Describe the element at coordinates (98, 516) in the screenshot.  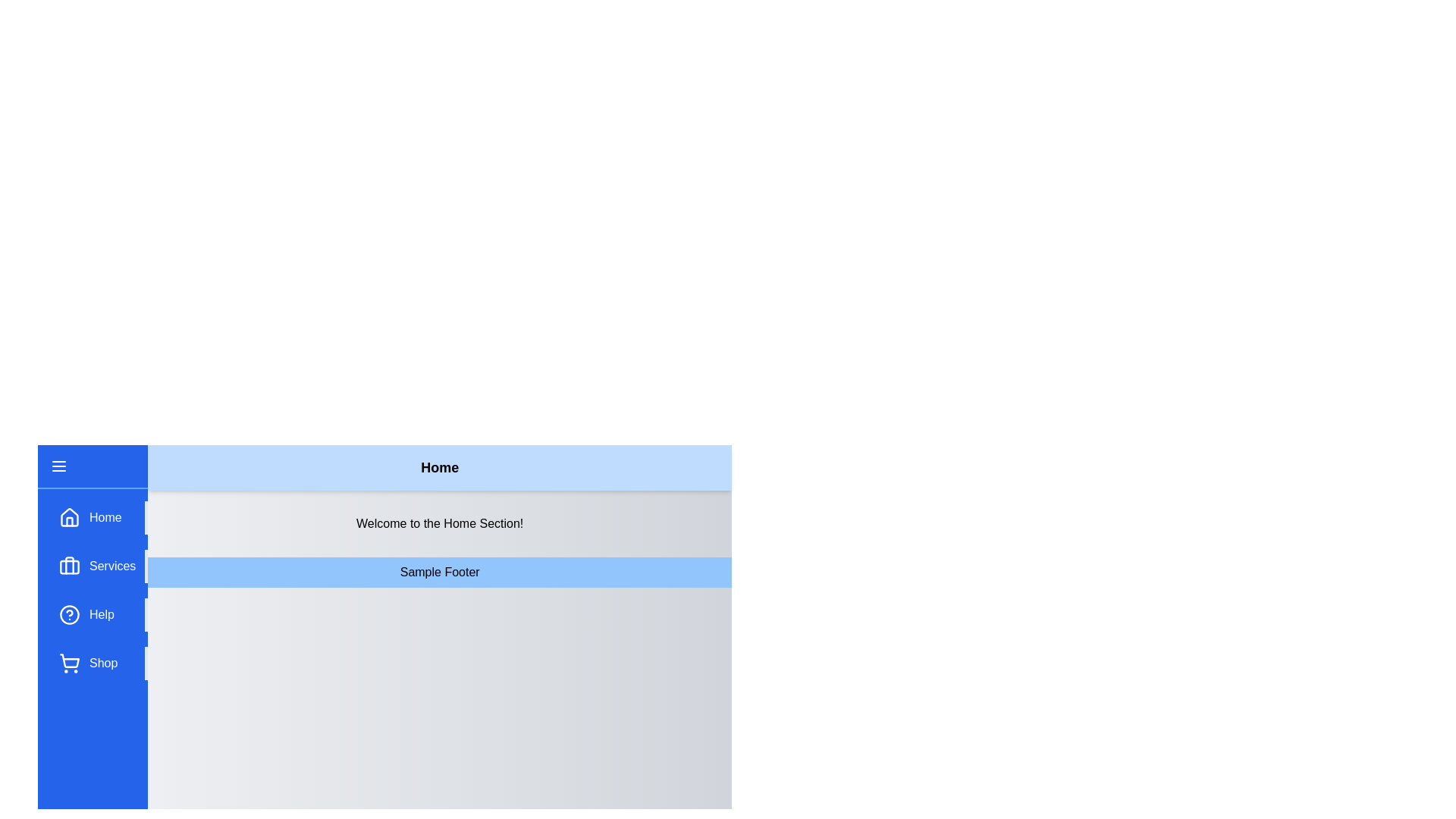
I see `the blue navigation button labeled 'Home' with a white house icon on the left` at that location.